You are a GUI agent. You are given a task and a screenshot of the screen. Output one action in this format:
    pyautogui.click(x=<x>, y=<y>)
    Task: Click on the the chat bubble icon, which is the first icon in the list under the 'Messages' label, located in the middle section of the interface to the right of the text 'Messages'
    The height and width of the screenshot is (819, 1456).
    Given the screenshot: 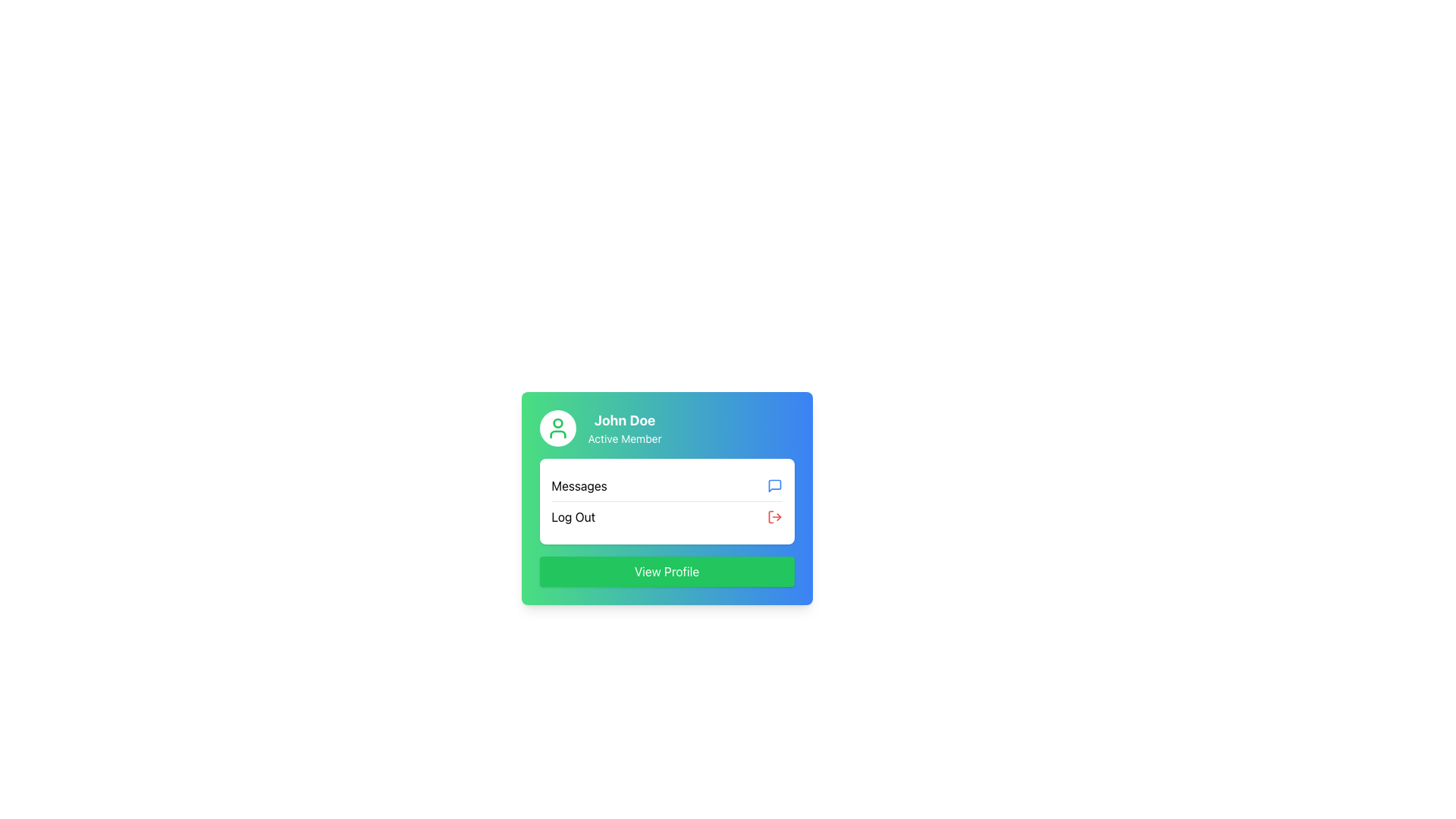 What is the action you would take?
    pyautogui.click(x=774, y=485)
    